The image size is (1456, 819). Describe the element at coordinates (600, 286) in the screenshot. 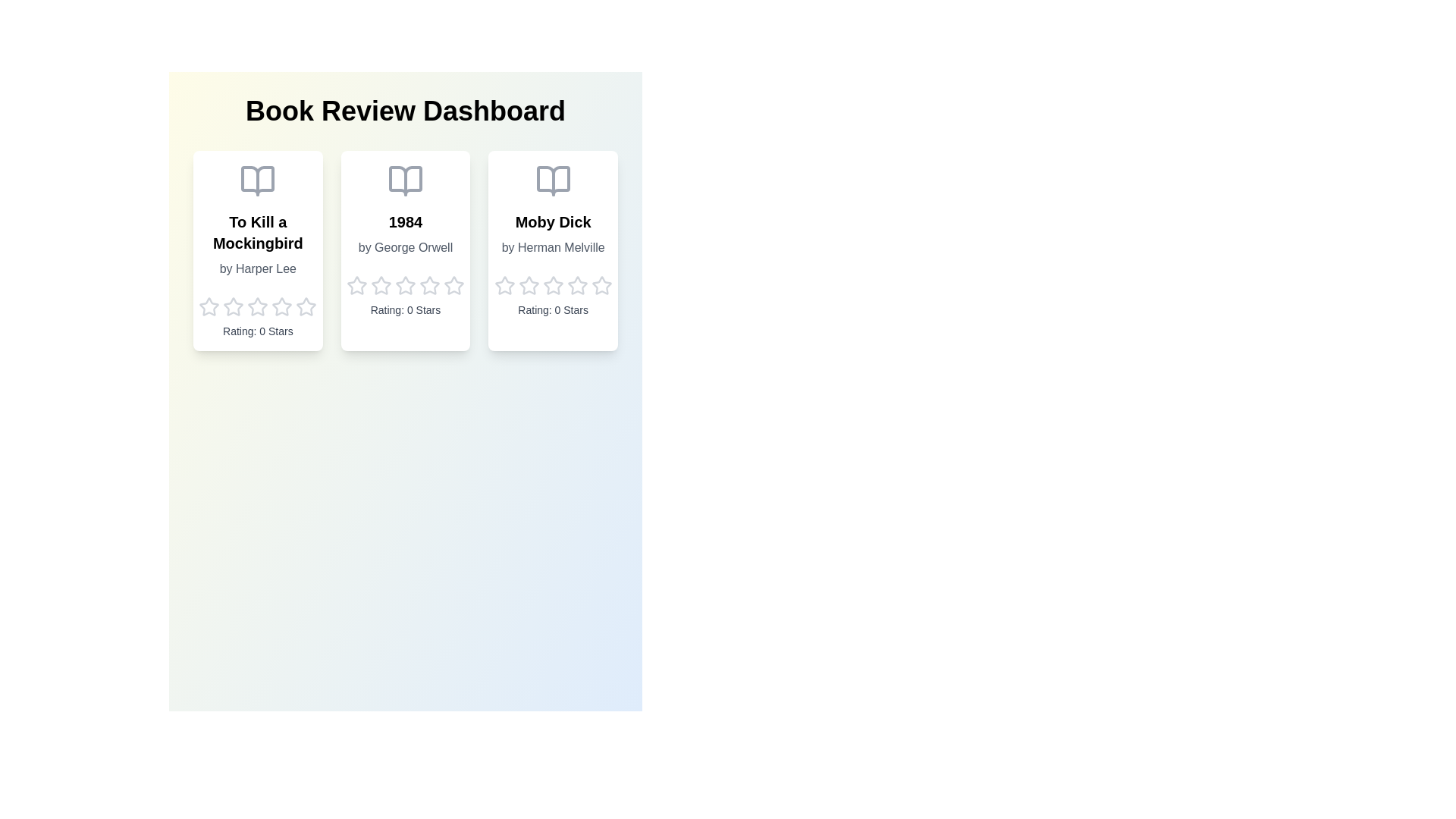

I see `the star icon corresponding to the rating 5 for the book 3` at that location.